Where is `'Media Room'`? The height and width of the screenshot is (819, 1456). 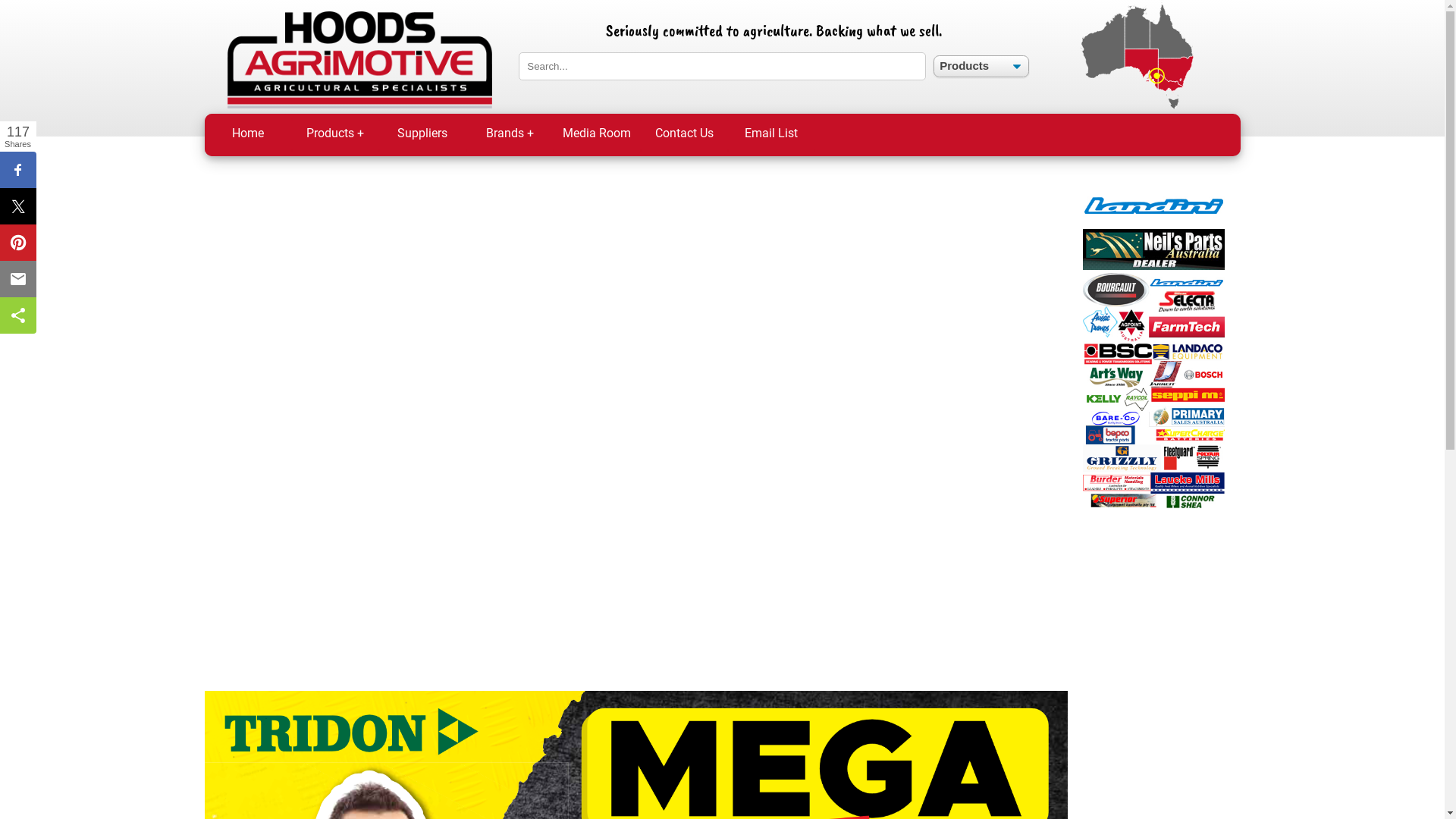
'Media Room' is located at coordinates (596, 133).